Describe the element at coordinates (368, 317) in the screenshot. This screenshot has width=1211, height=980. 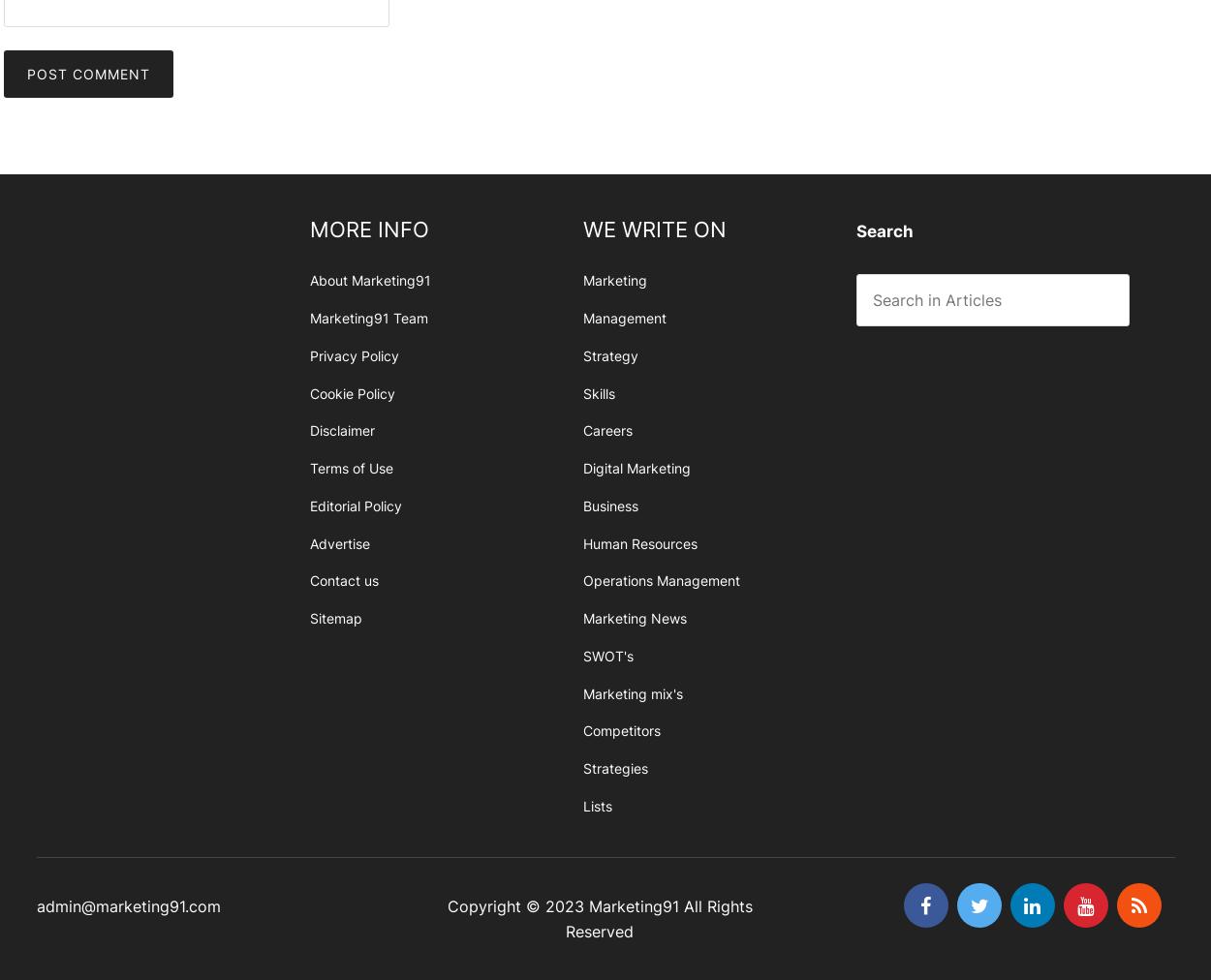
I see `'Marketing91 Team'` at that location.